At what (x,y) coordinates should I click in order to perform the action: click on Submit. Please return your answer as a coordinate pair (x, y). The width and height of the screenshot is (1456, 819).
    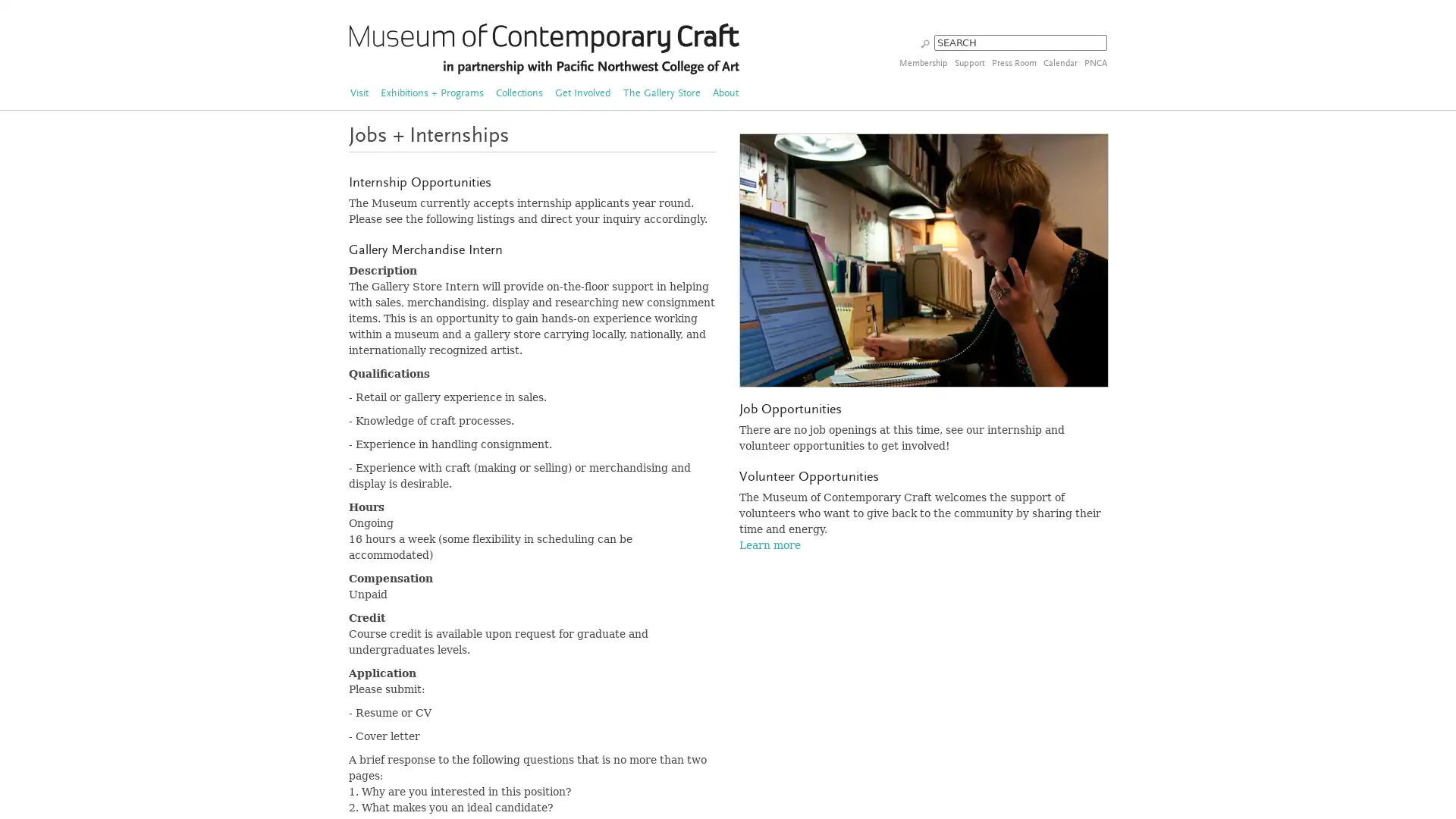
    Looking at the image, I should click on (924, 42).